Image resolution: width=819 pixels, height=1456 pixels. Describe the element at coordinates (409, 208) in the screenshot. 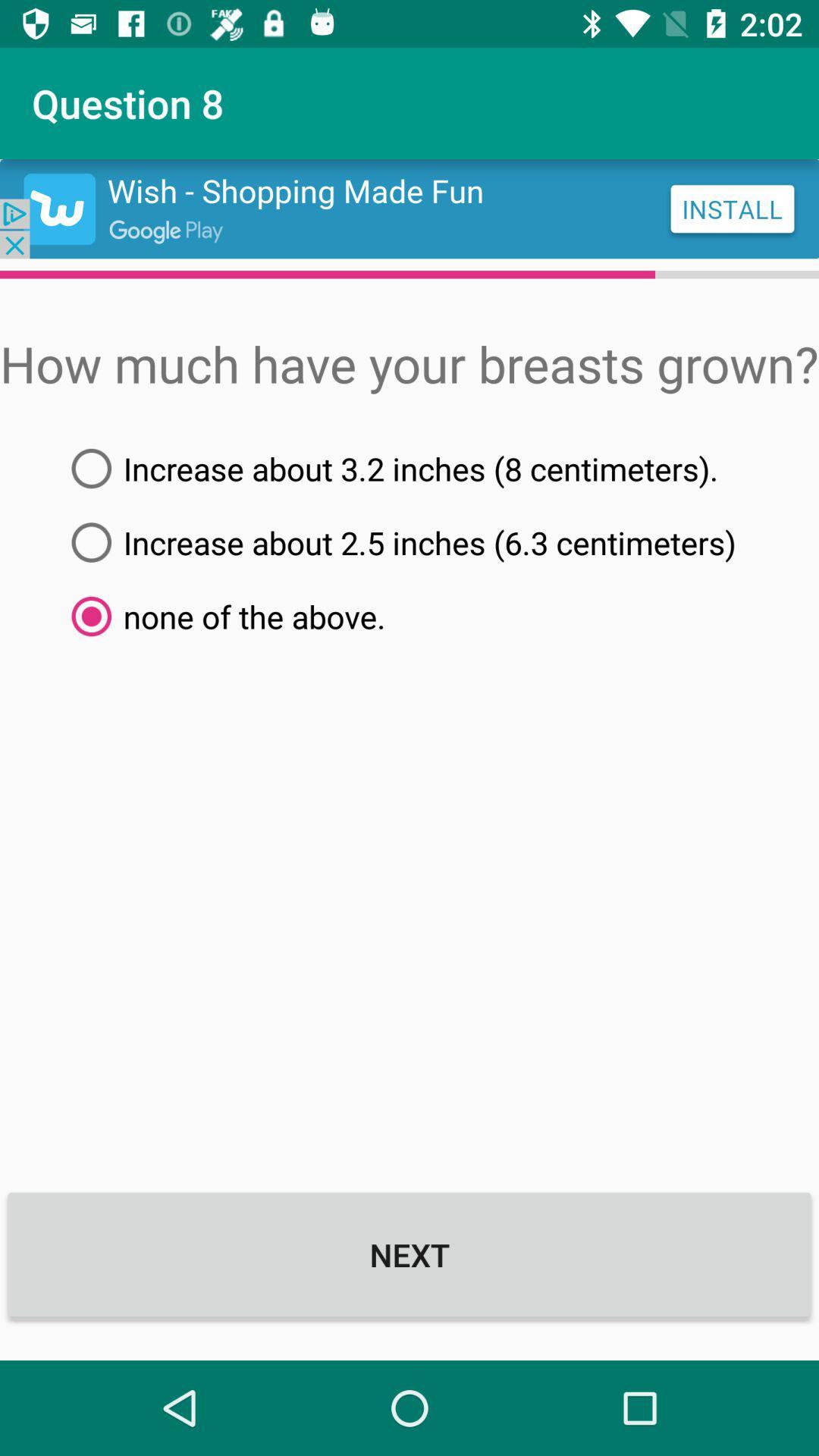

I see `install app` at that location.